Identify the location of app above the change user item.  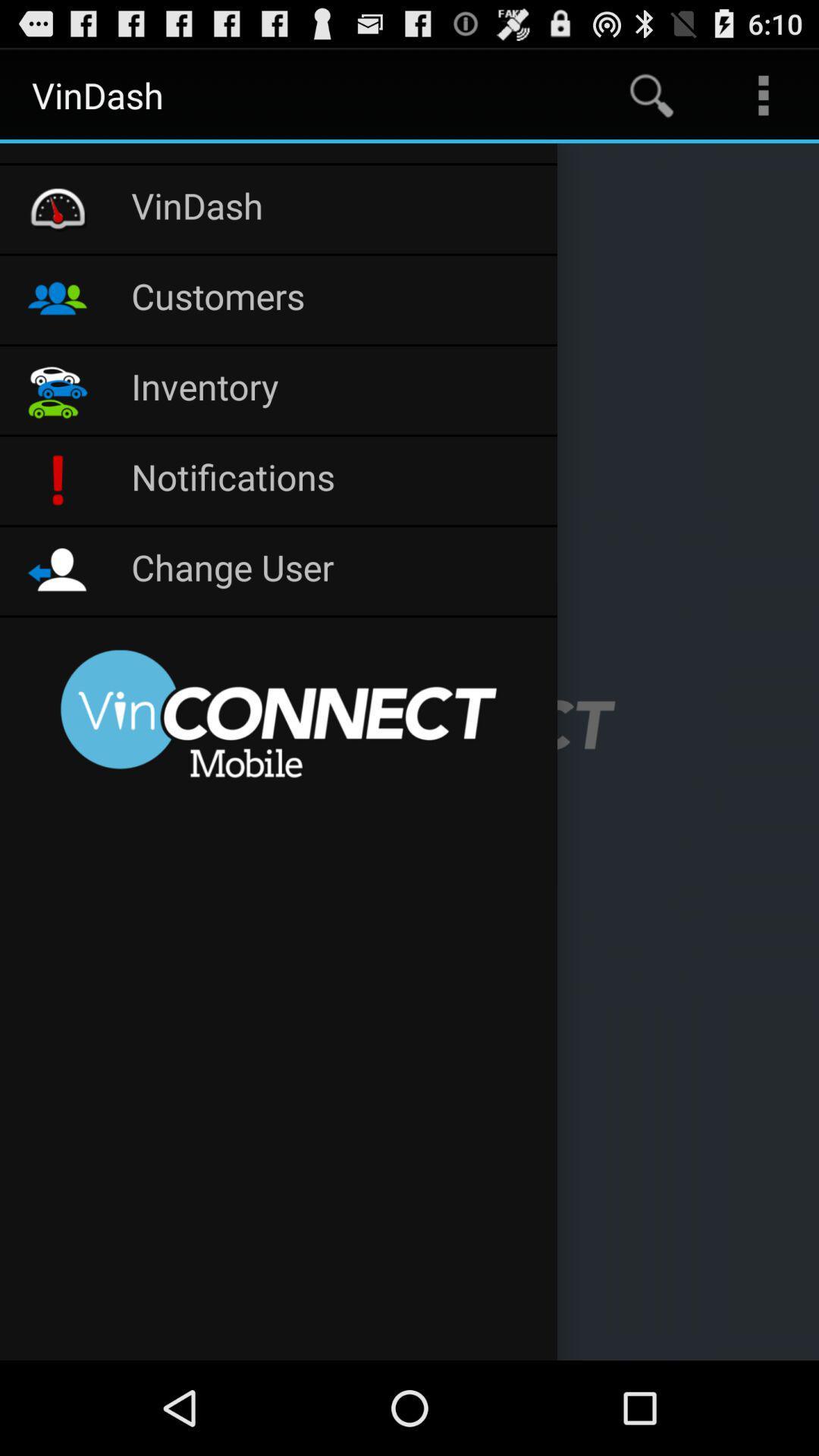
(335, 479).